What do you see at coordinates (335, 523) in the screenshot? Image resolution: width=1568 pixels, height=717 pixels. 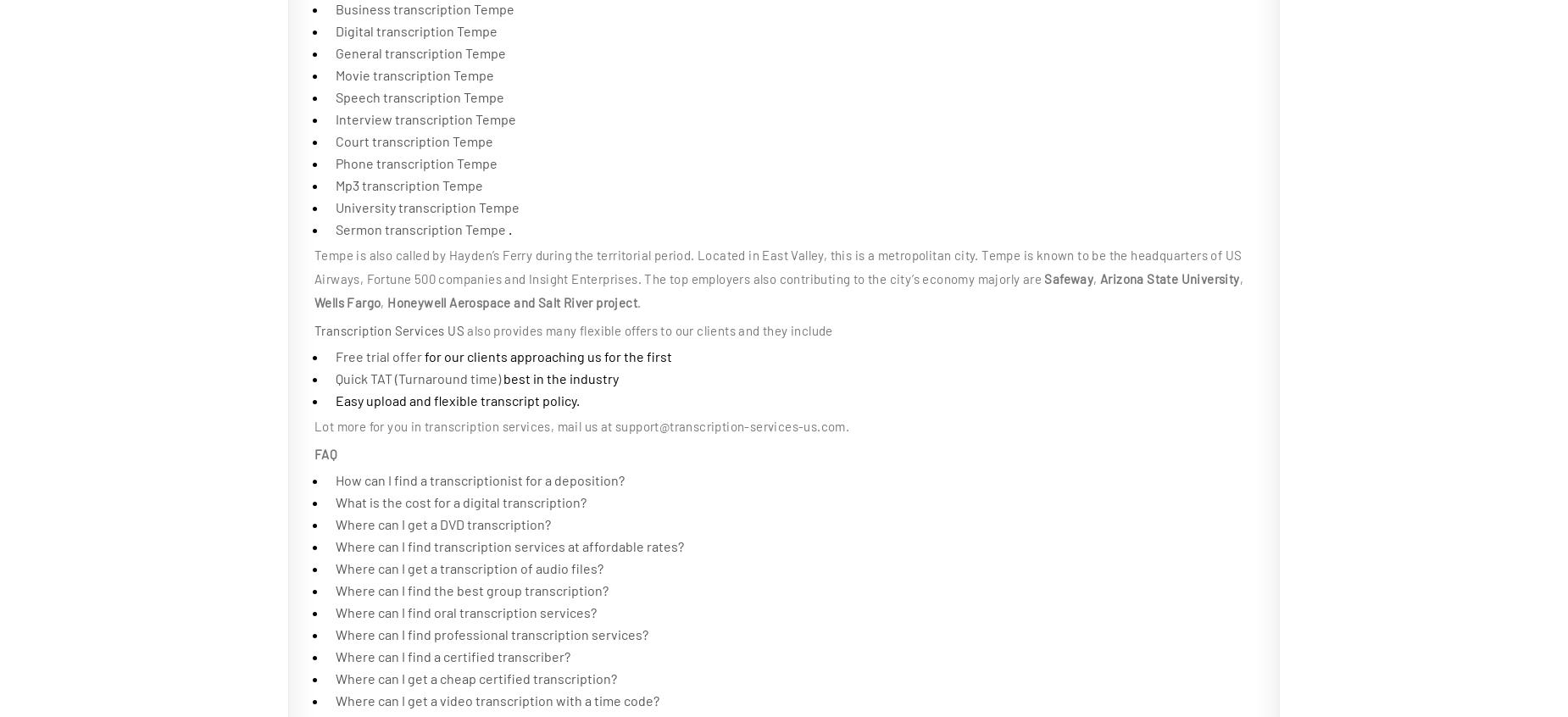 I see `'Where can I get a DVD transcription?'` at bounding box center [335, 523].